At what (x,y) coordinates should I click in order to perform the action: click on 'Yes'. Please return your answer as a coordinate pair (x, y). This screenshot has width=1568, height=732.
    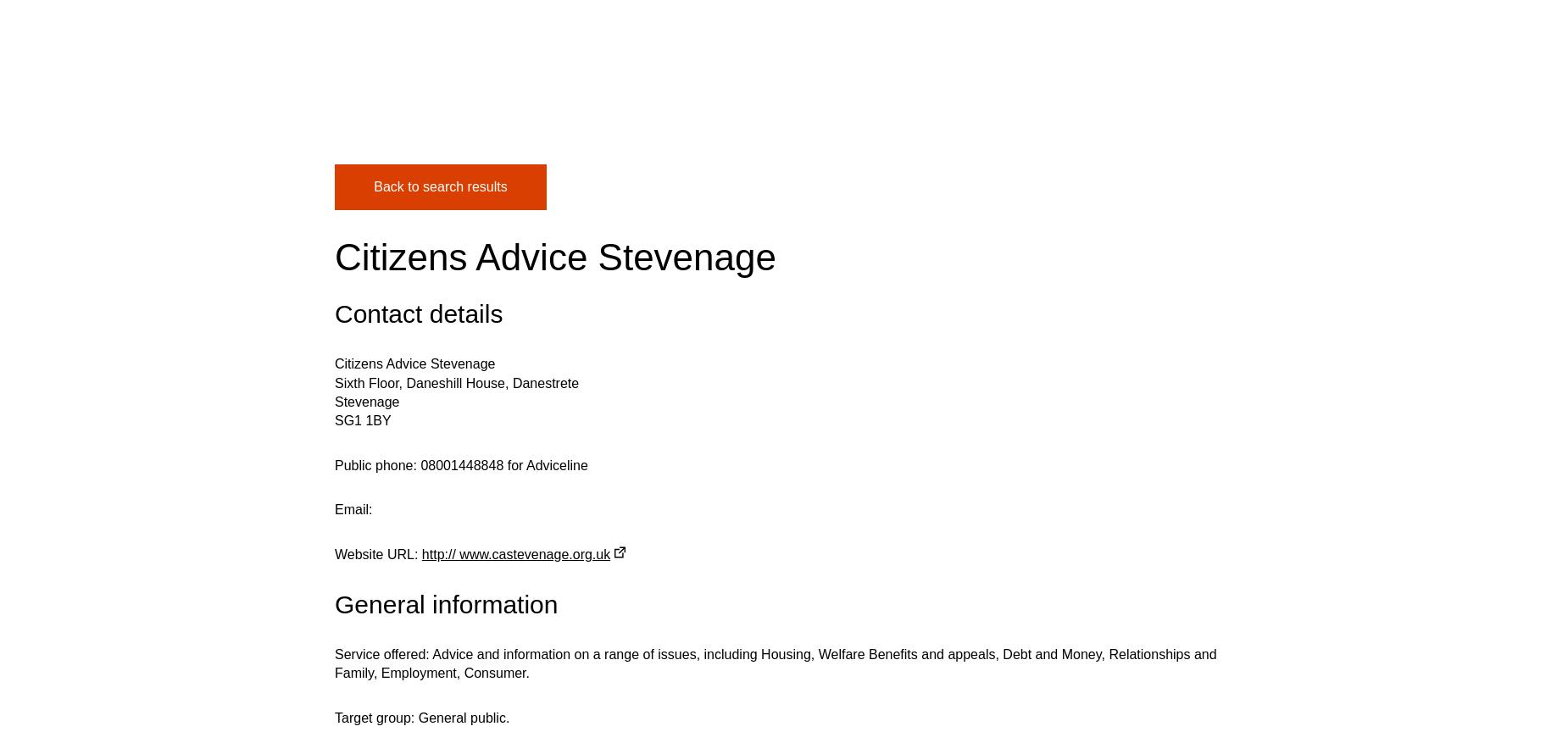
    Looking at the image, I should click on (455, 129).